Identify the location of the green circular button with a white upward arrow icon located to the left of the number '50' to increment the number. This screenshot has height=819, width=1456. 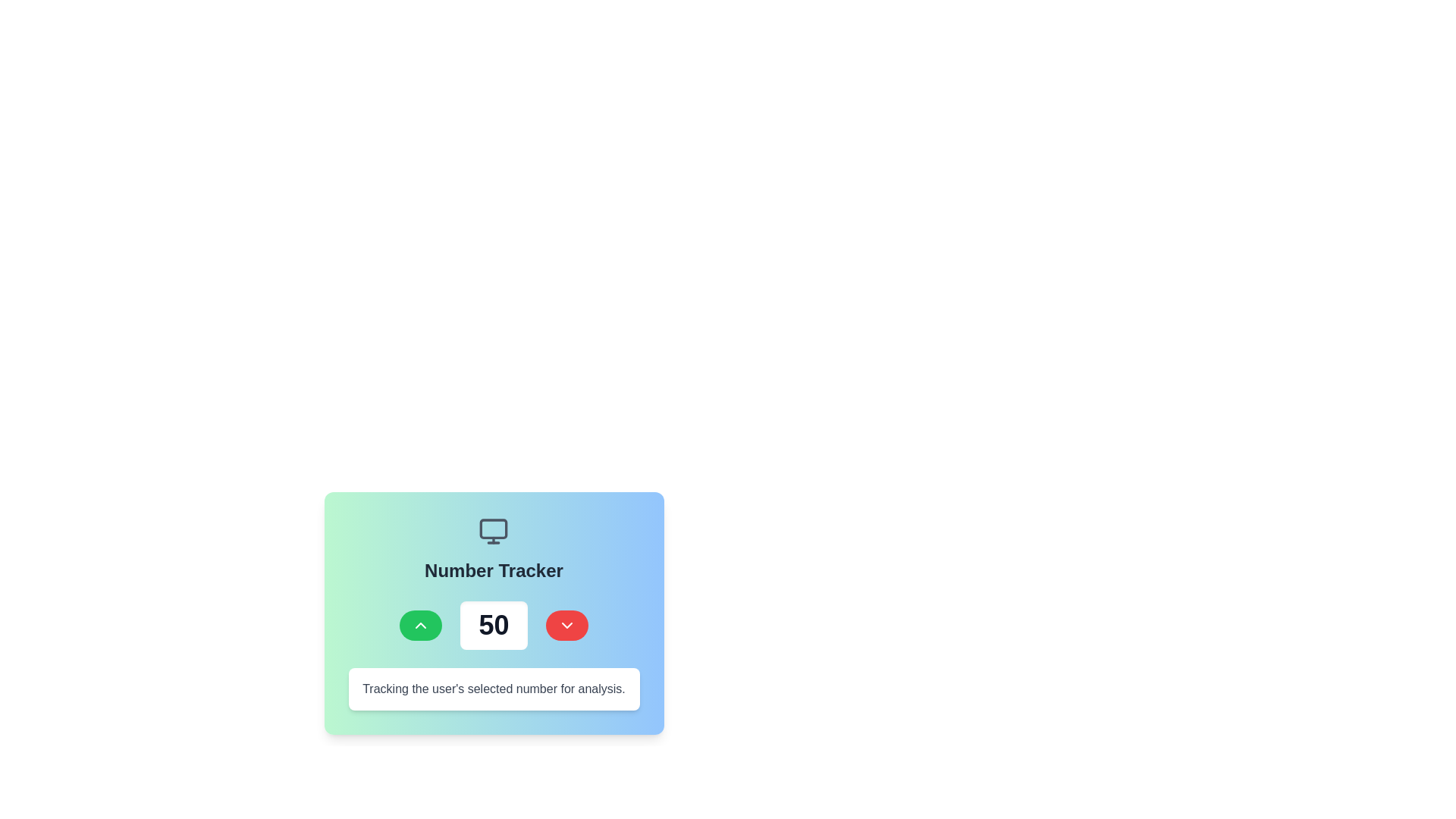
(421, 626).